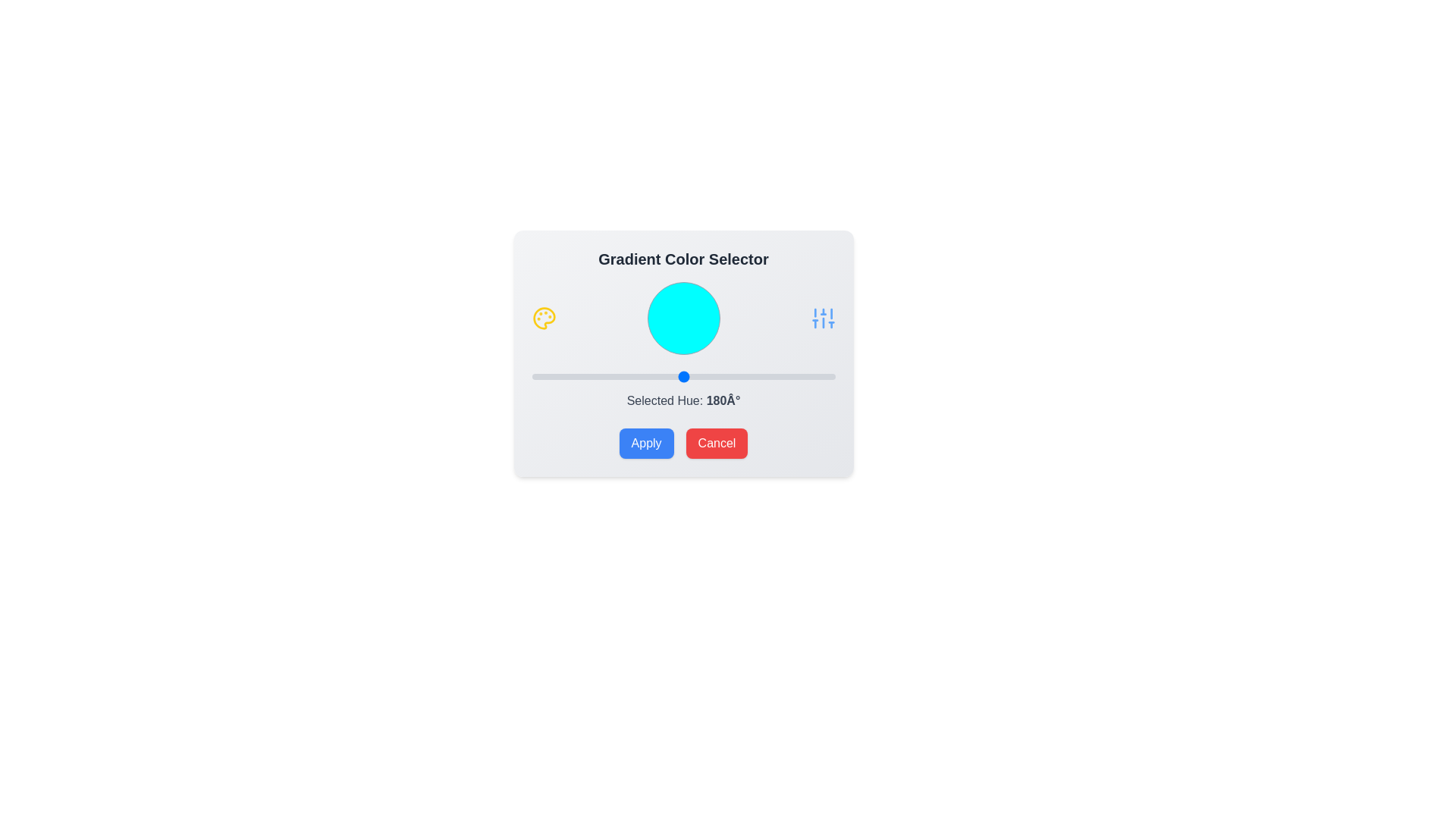 This screenshot has height=819, width=1456. I want to click on the slider to set the hue to 292 degrees, so click(777, 376).